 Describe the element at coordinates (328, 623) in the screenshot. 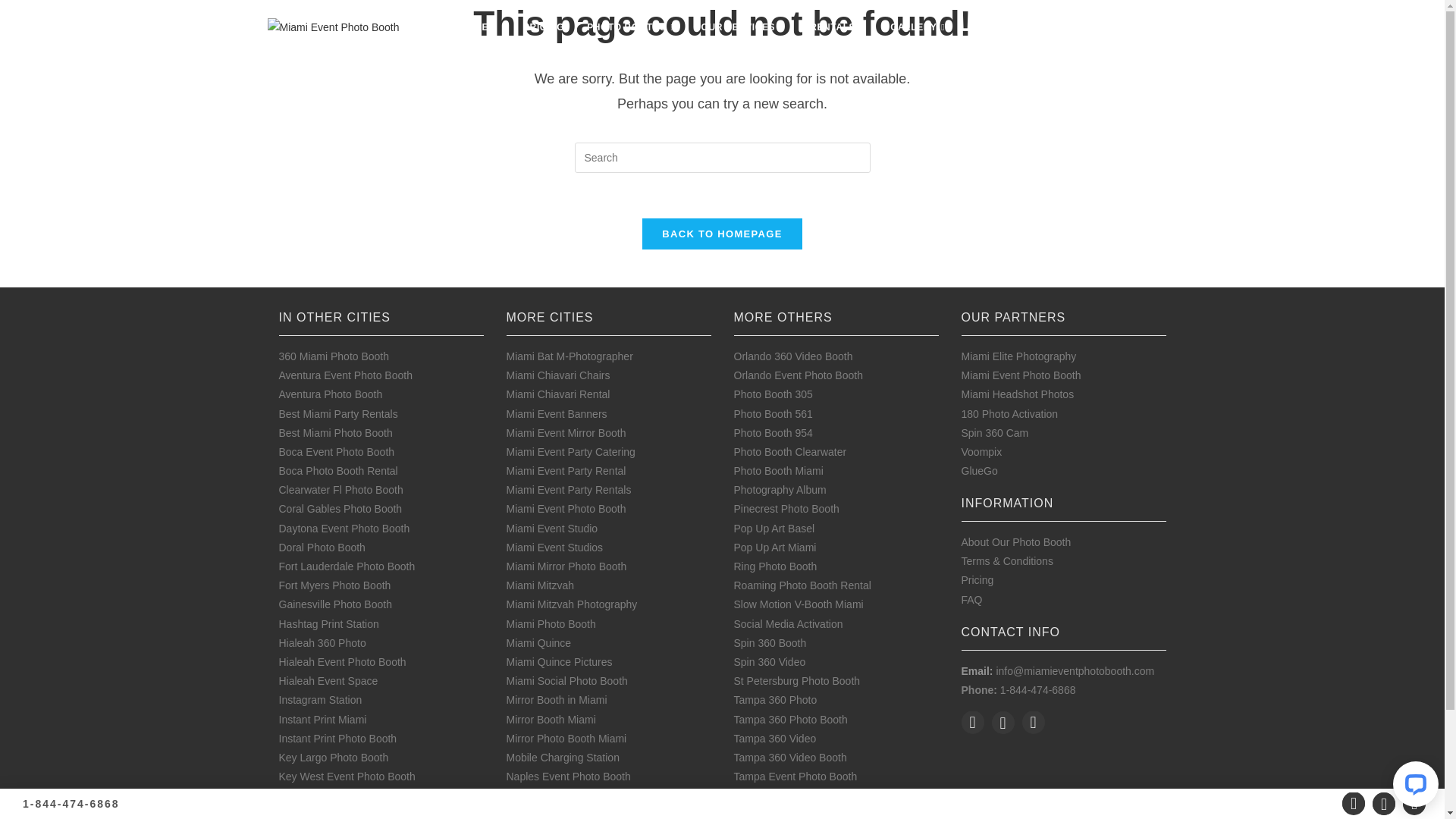

I see `'Hashtag Print Station'` at that location.